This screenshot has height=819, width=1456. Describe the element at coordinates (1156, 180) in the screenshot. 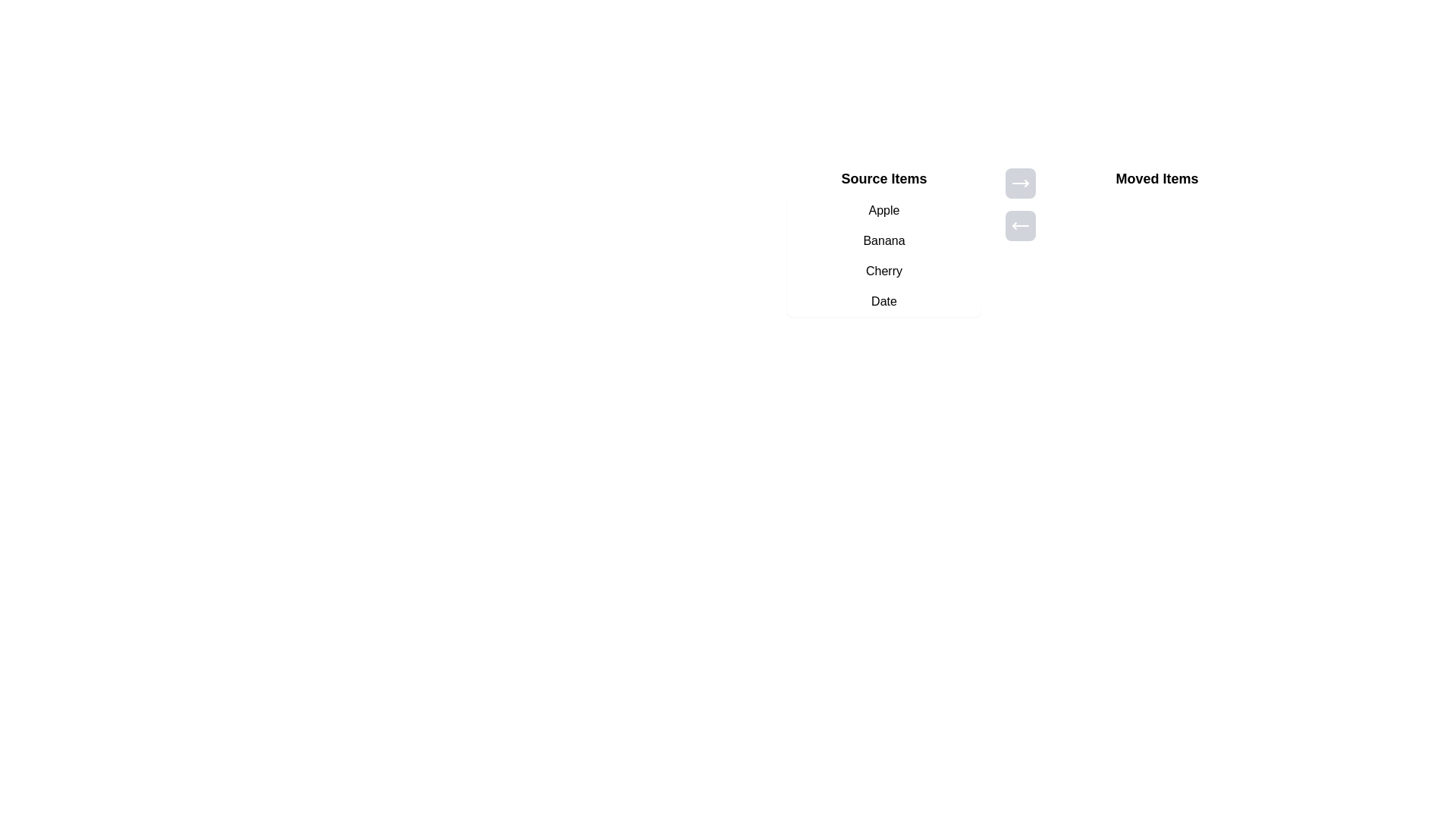

I see `the text label displaying 'Moved Items', which is styled in bold font and positioned to the right of the 'Source Items' title` at that location.